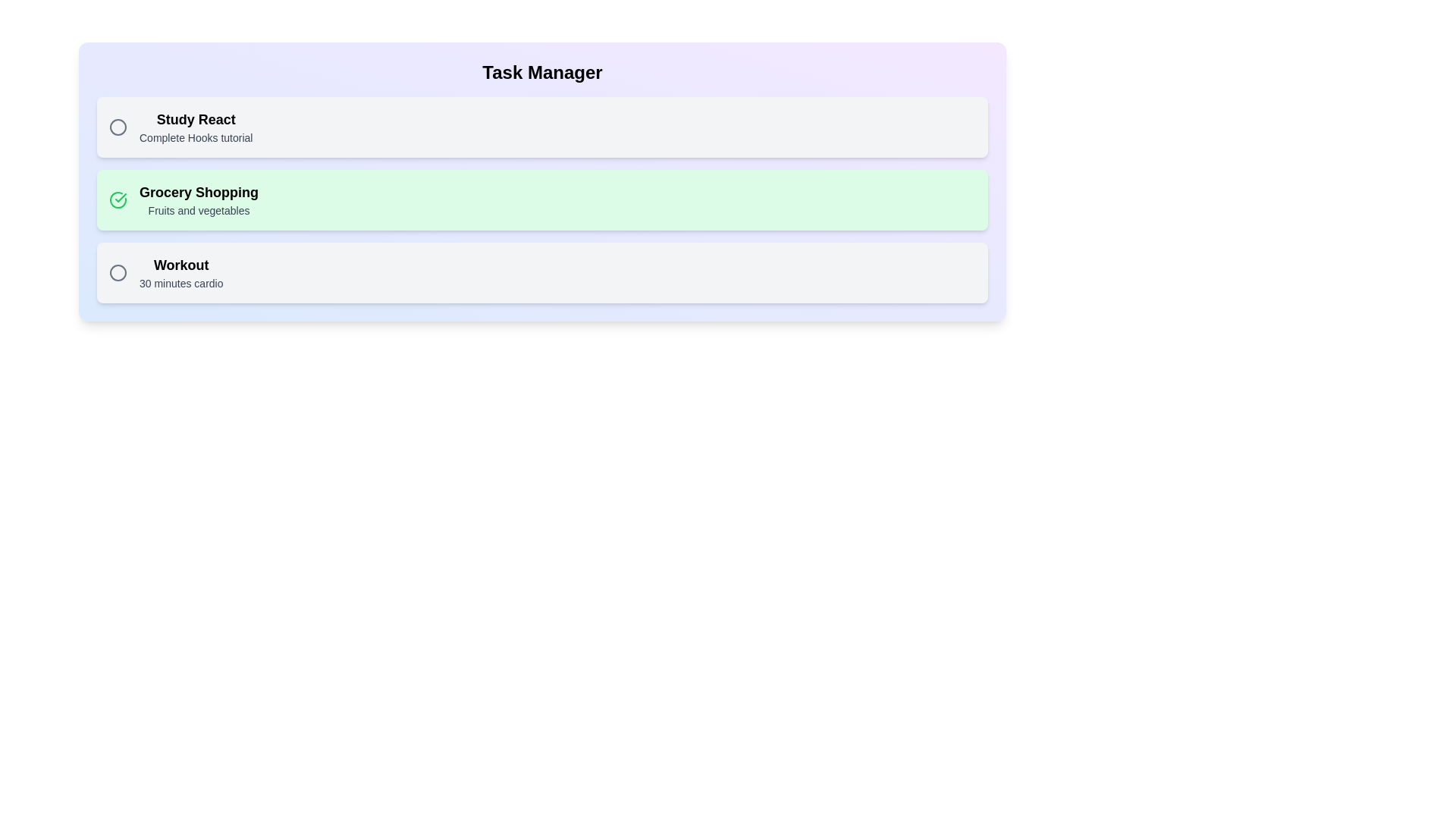 Image resolution: width=1456 pixels, height=819 pixels. Describe the element at coordinates (118, 127) in the screenshot. I see `the circular status indicator for the 'Study React' task located in the topmost task row` at that location.